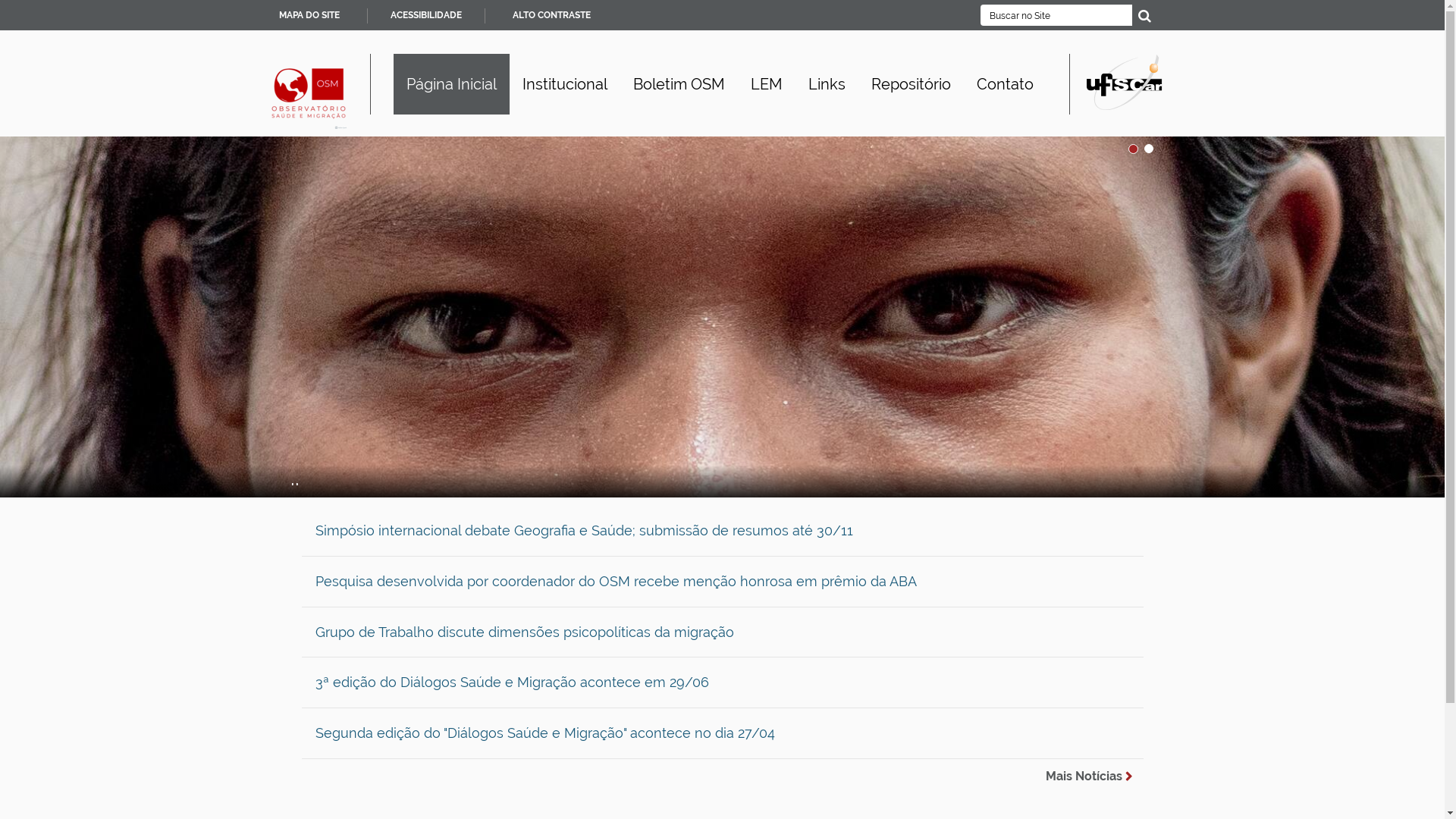  Describe the element at coordinates (1004, 84) in the screenshot. I see `'Contato'` at that location.